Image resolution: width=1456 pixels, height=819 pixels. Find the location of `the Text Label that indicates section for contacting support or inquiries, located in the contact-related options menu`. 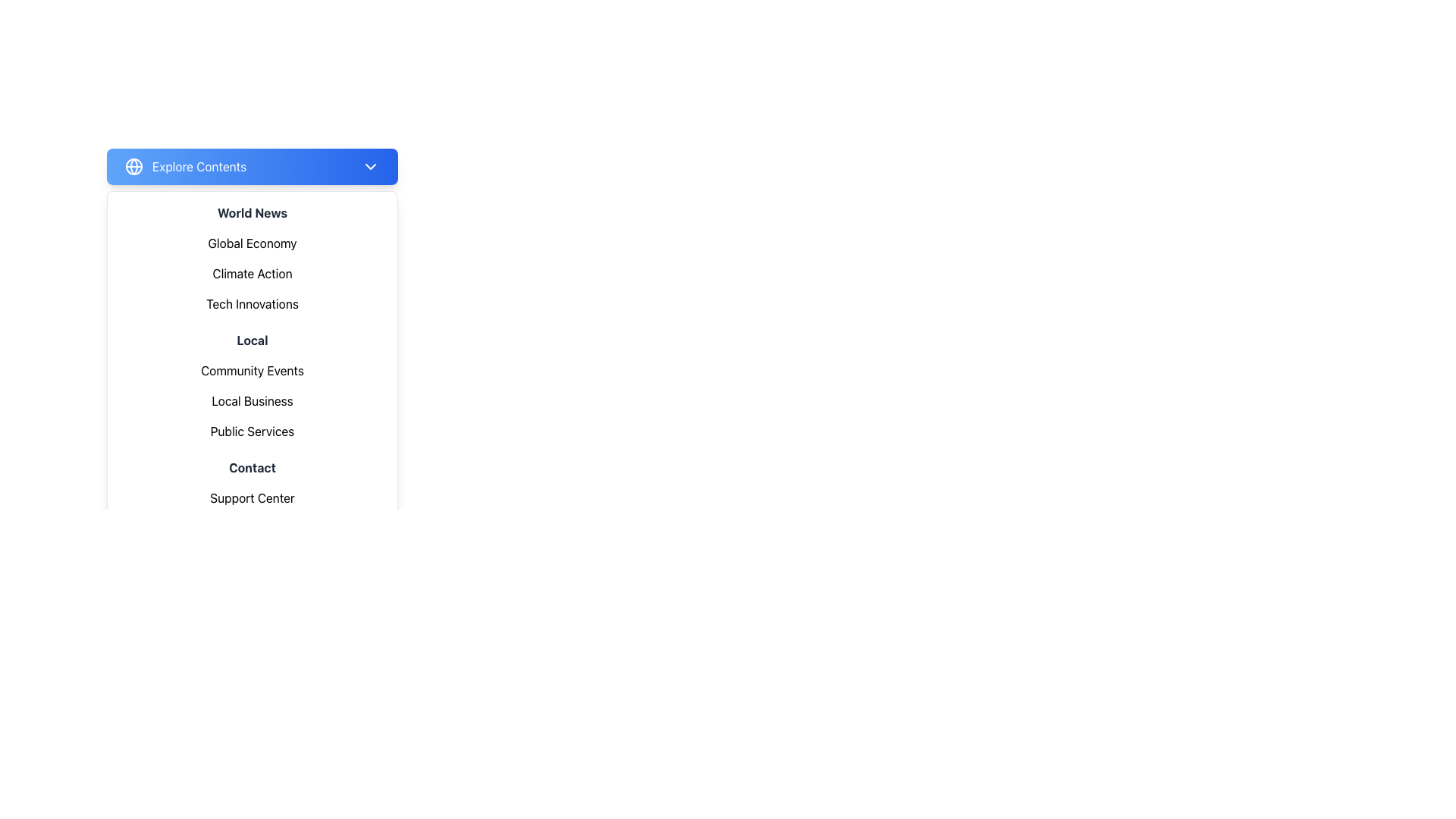

the Text Label that indicates section for contacting support or inquiries, located in the contact-related options menu is located at coordinates (252, 467).